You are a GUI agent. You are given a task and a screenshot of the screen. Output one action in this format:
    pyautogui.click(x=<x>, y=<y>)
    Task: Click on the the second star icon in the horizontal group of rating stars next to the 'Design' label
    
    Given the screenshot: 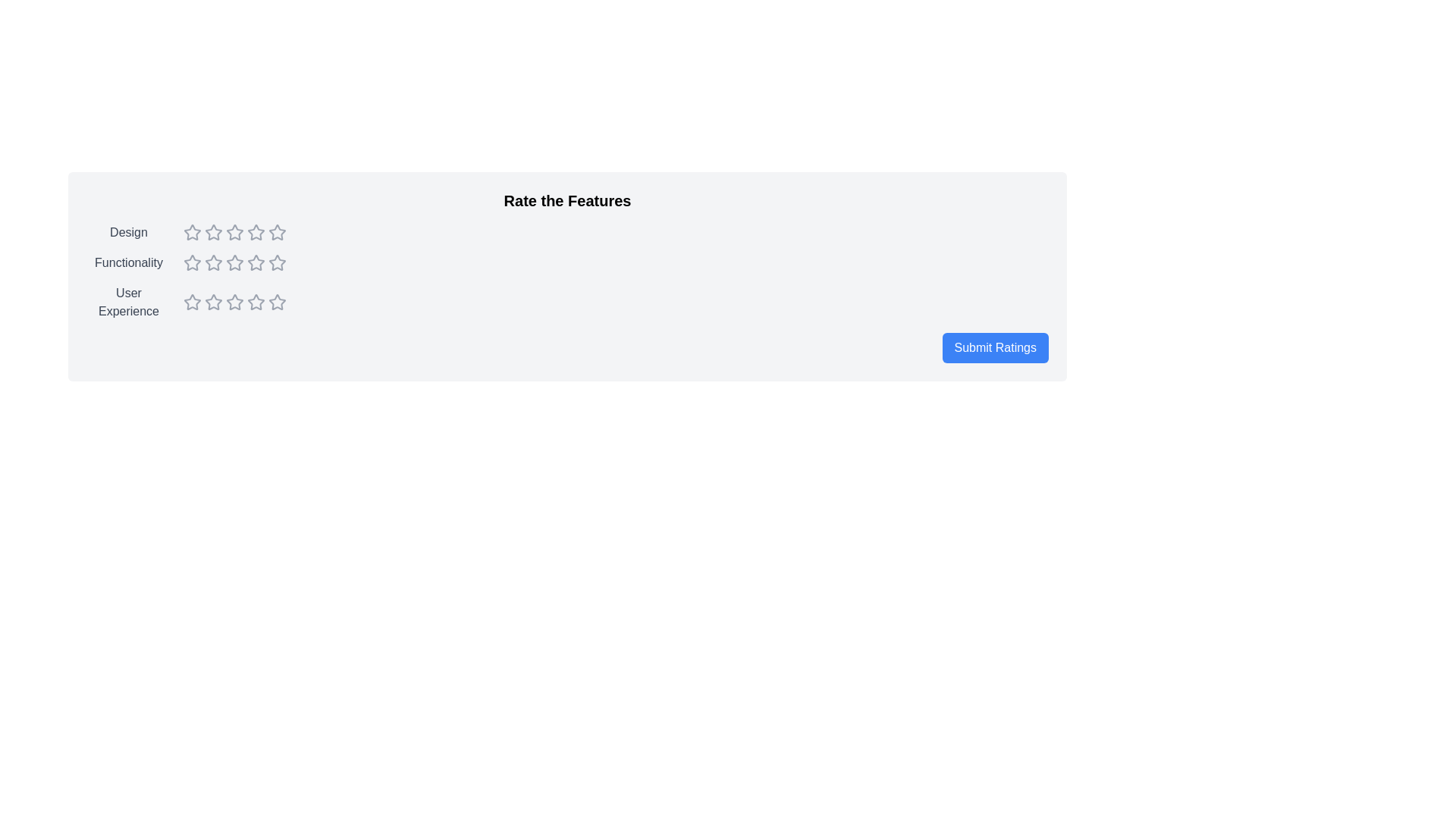 What is the action you would take?
    pyautogui.click(x=213, y=233)
    